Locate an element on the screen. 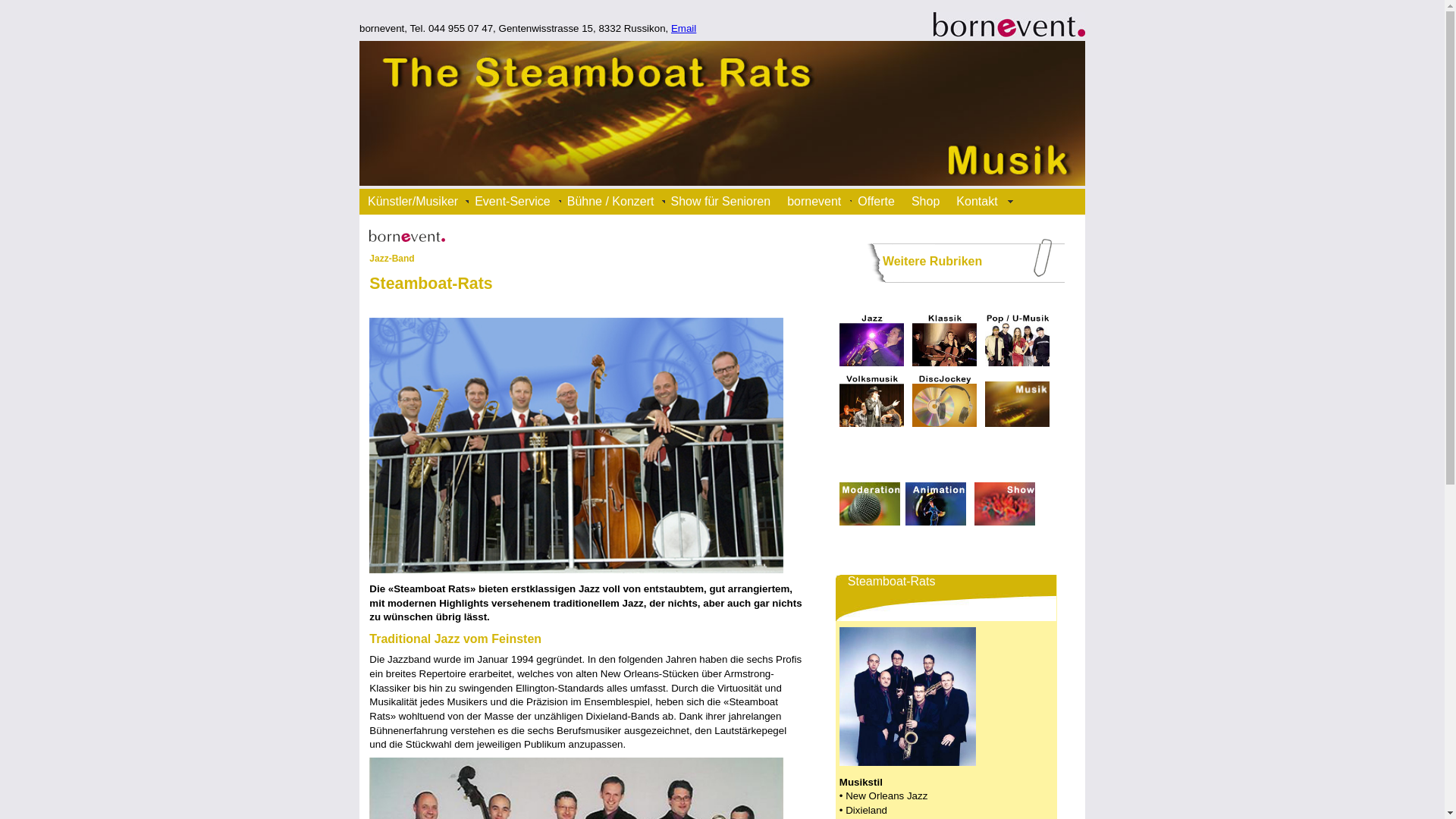 The height and width of the screenshot is (819, 1456). 'Jazz' is located at coordinates (871, 339).